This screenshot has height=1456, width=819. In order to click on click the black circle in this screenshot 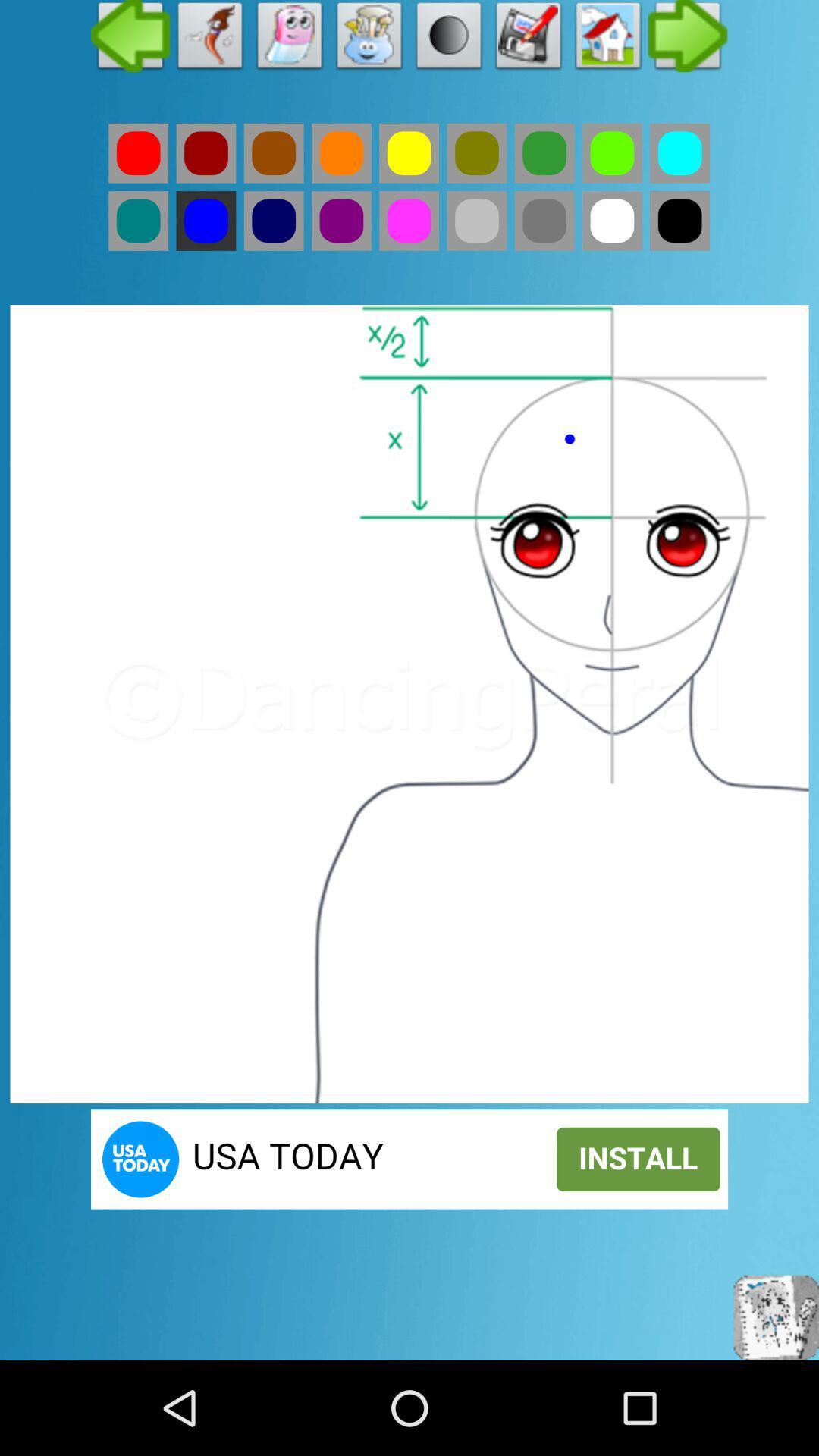, I will do `click(448, 39)`.